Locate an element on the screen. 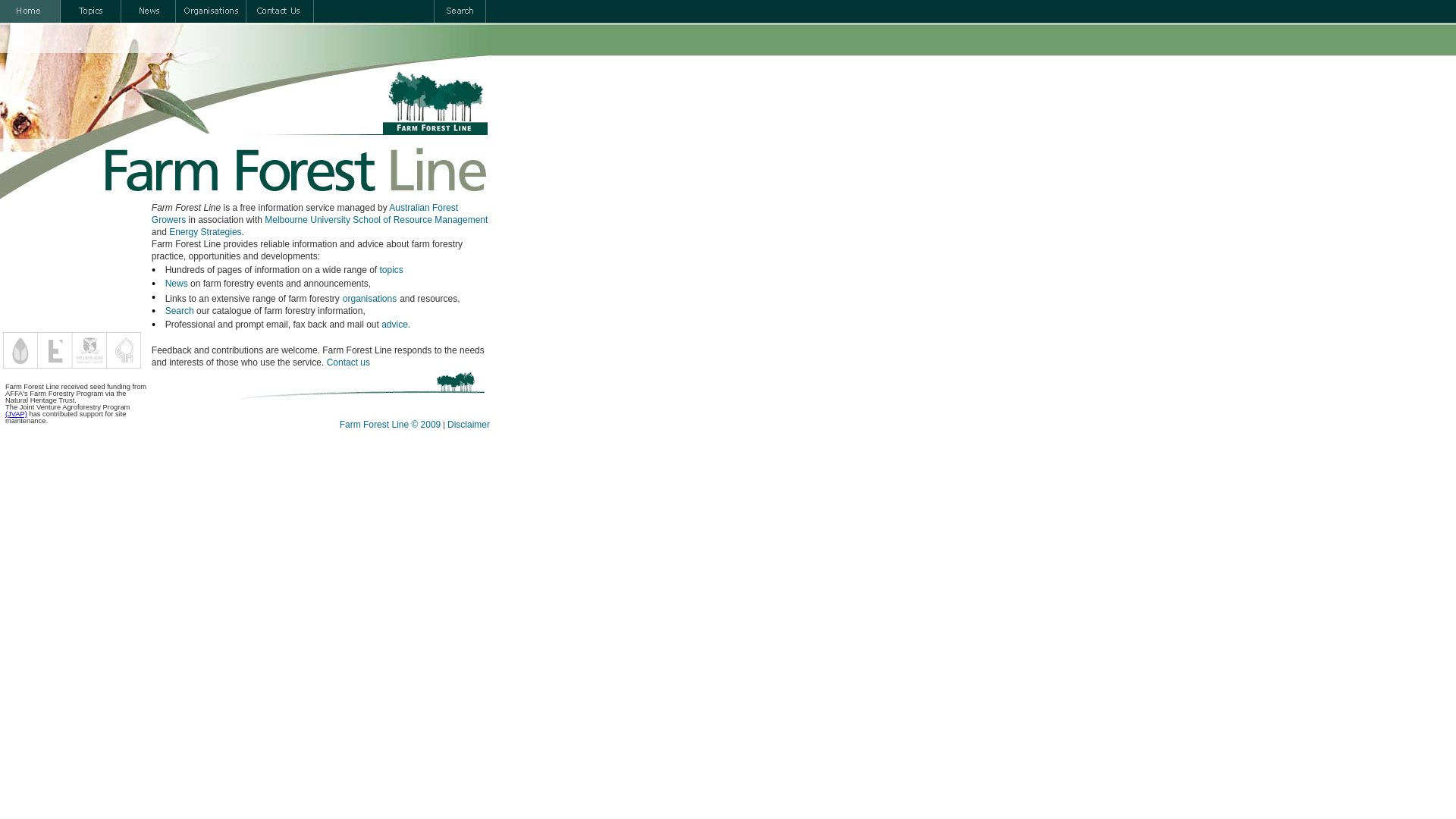 The width and height of the screenshot is (1456, 819). 'Contact us' is located at coordinates (347, 362).